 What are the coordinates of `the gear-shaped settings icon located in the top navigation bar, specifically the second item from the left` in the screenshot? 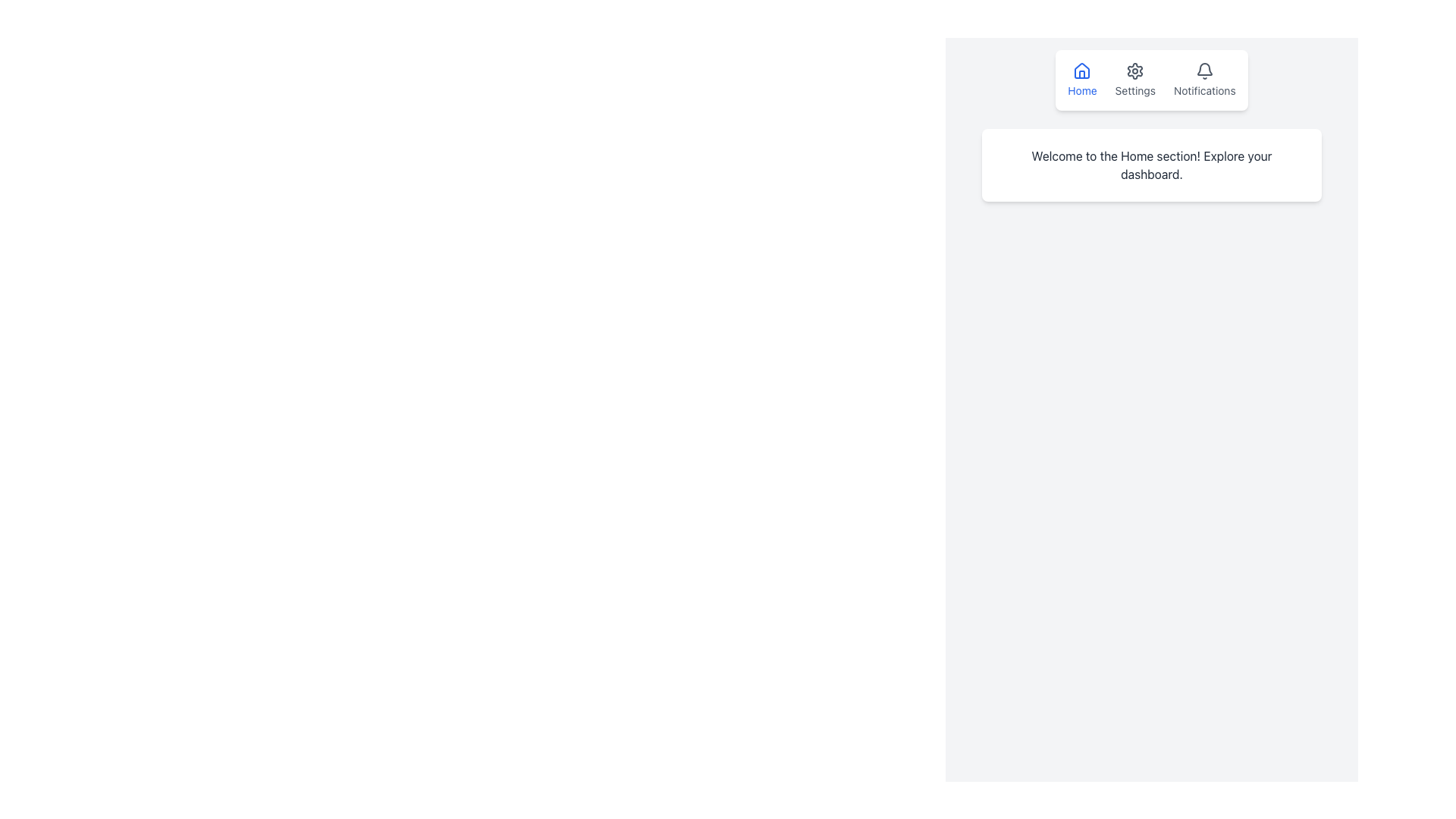 It's located at (1135, 71).